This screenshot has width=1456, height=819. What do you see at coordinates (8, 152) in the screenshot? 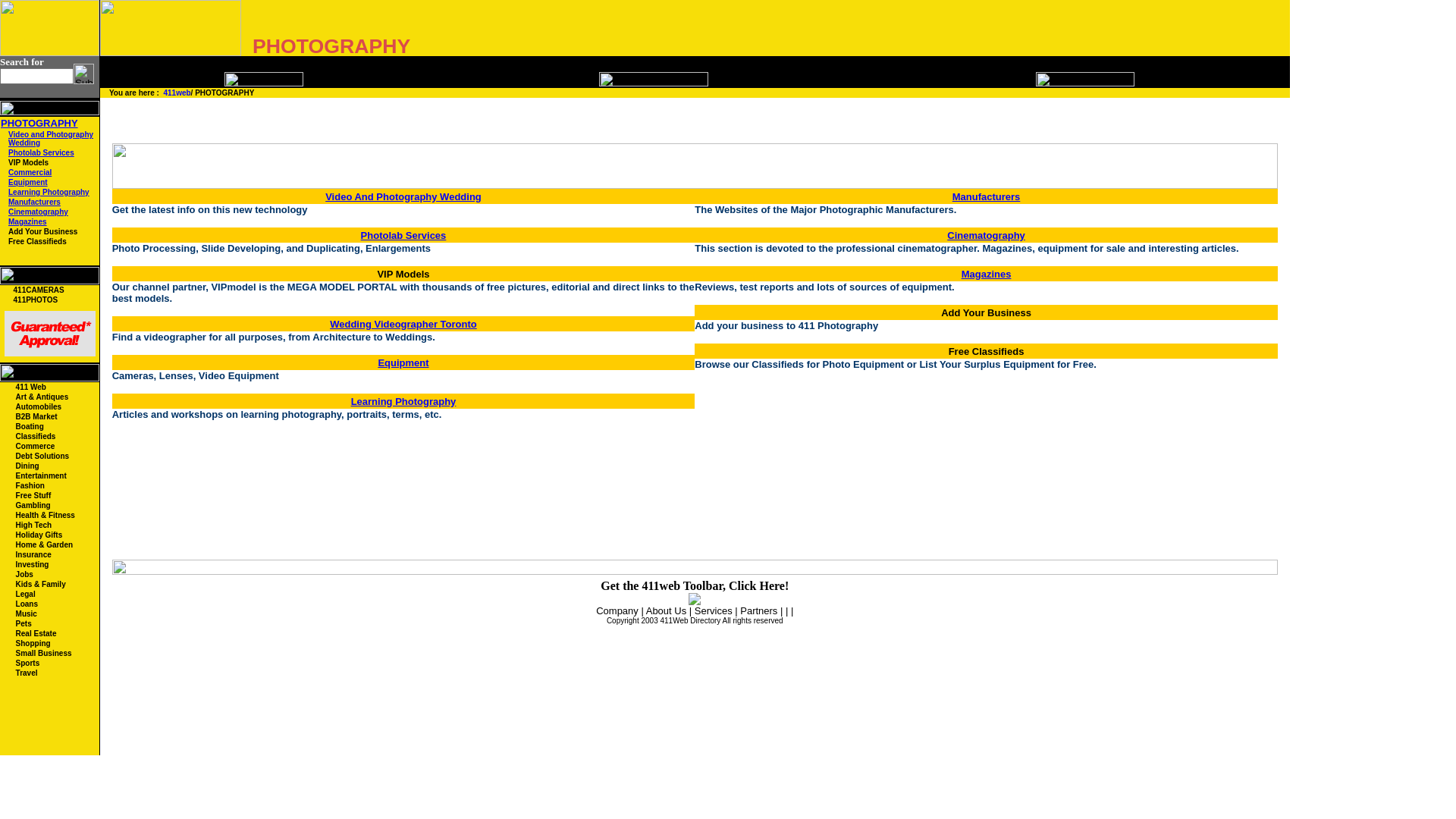
I see `'Photolab Services'` at bounding box center [8, 152].